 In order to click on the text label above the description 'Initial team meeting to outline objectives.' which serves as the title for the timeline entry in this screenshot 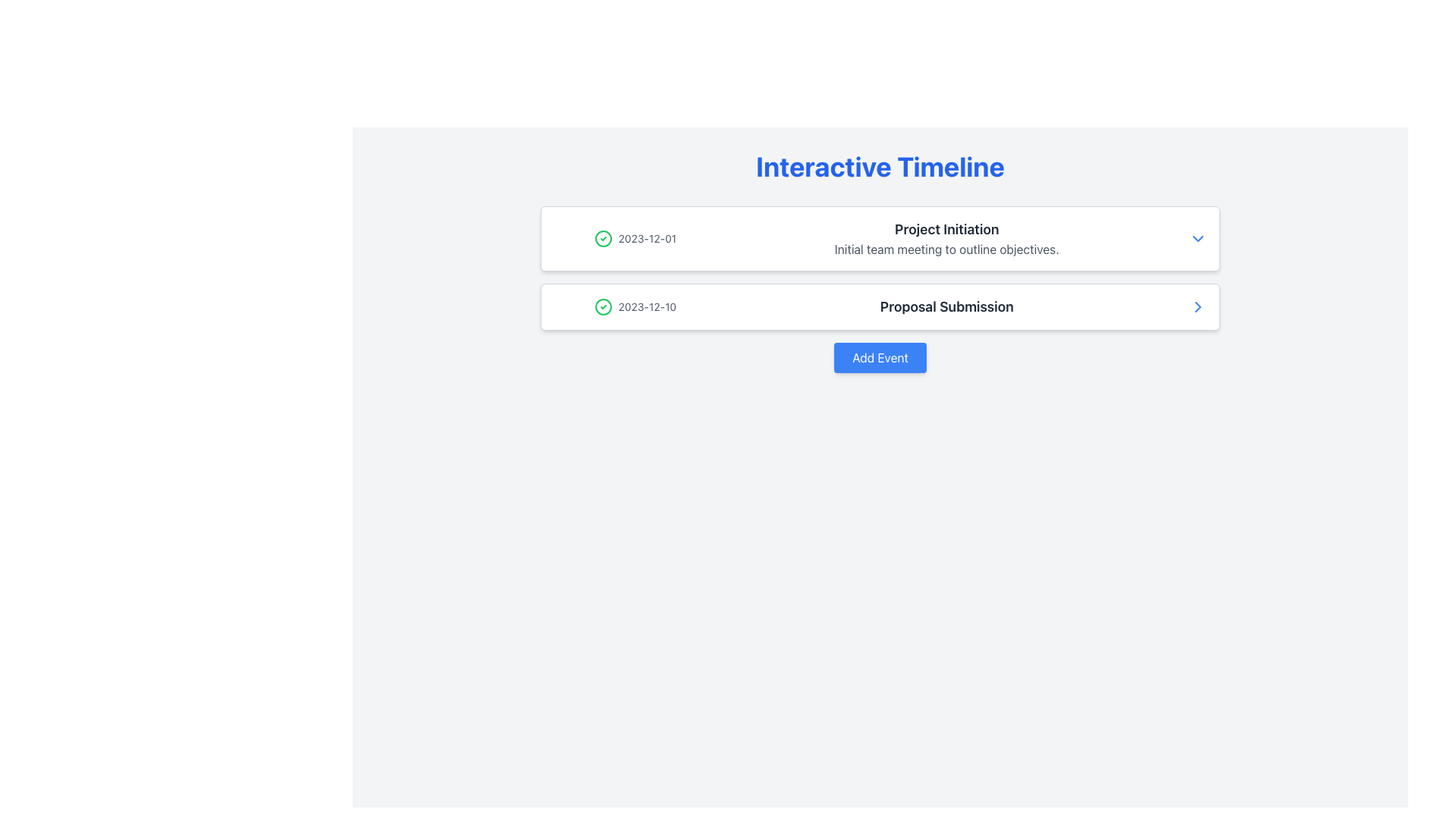, I will do `click(946, 230)`.